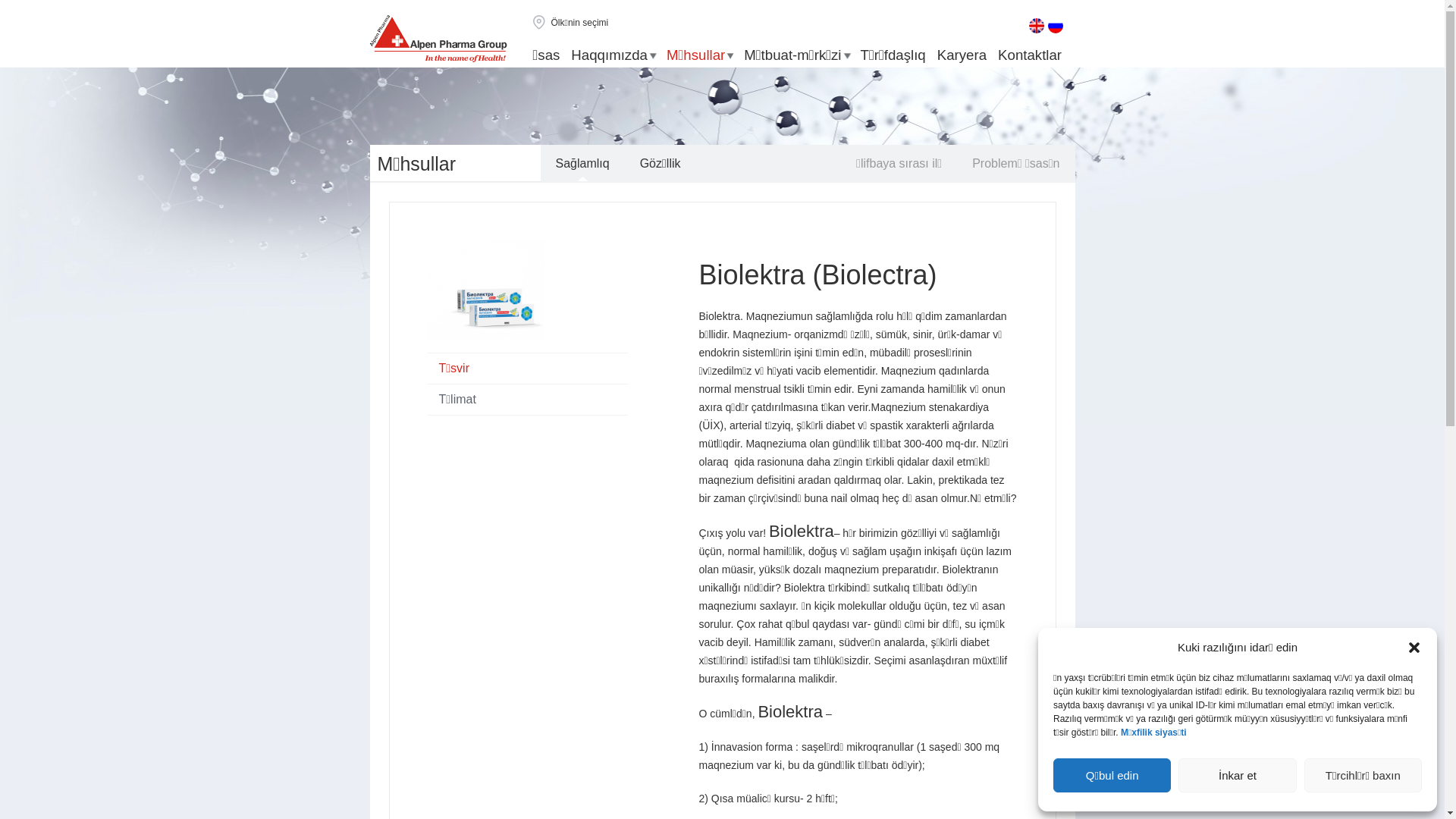  I want to click on 'Karyera', so click(961, 55).